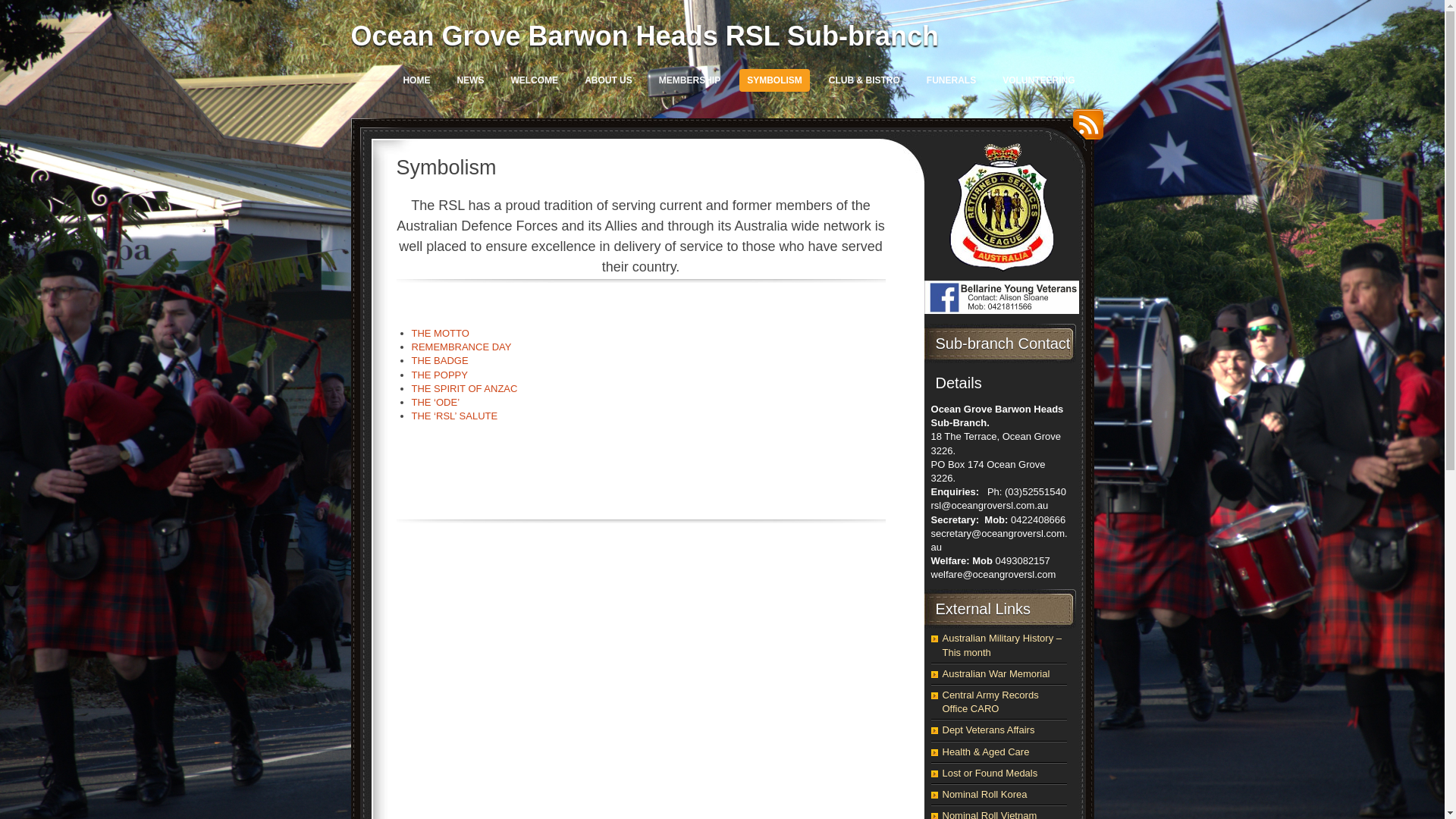 This screenshot has height=819, width=1456. Describe the element at coordinates (864, 80) in the screenshot. I see `'CLUB & BISTRO'` at that location.